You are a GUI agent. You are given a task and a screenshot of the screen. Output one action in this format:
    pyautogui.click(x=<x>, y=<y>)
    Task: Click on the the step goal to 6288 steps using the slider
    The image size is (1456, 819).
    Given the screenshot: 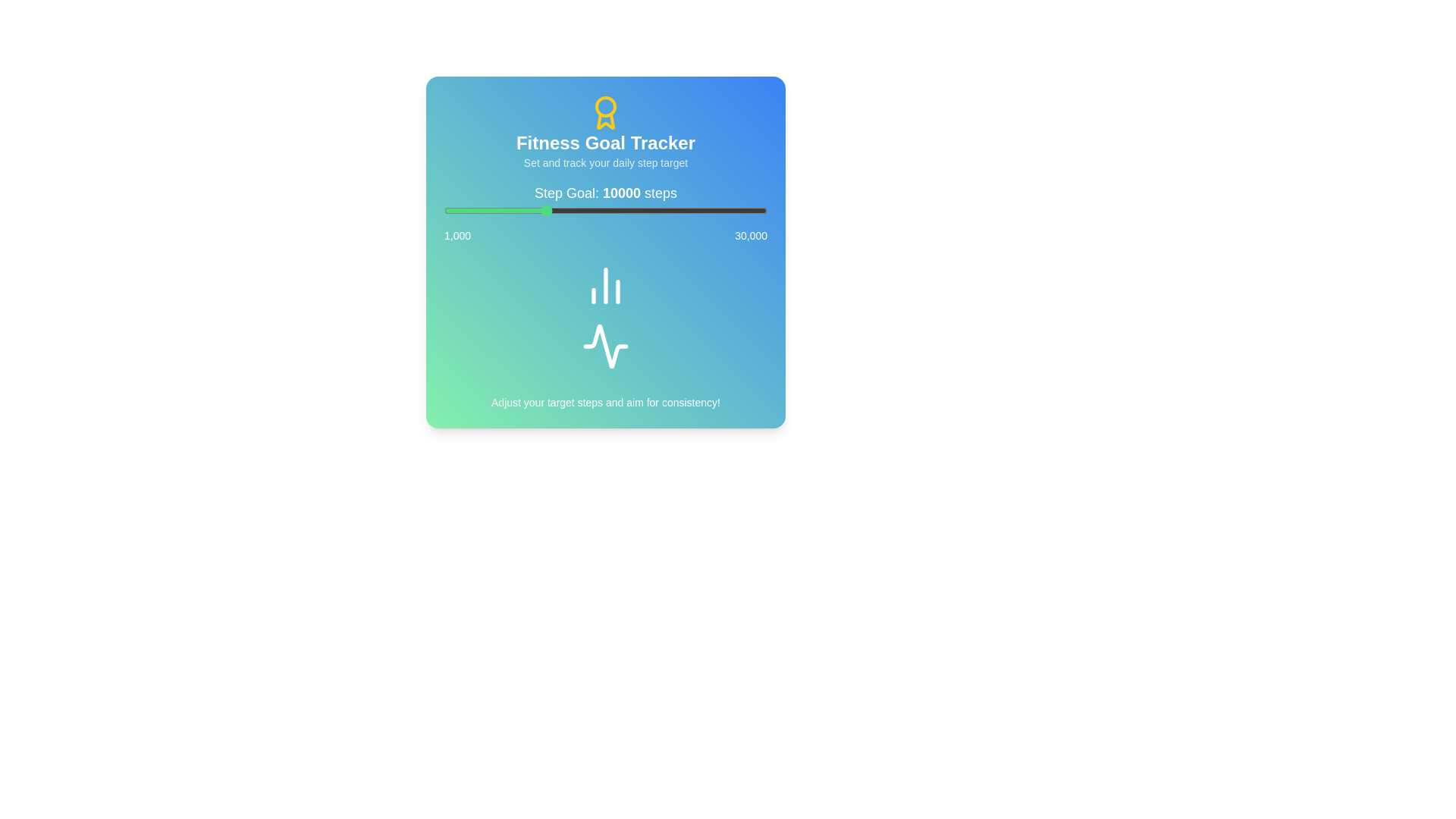 What is the action you would take?
    pyautogui.click(x=503, y=210)
    